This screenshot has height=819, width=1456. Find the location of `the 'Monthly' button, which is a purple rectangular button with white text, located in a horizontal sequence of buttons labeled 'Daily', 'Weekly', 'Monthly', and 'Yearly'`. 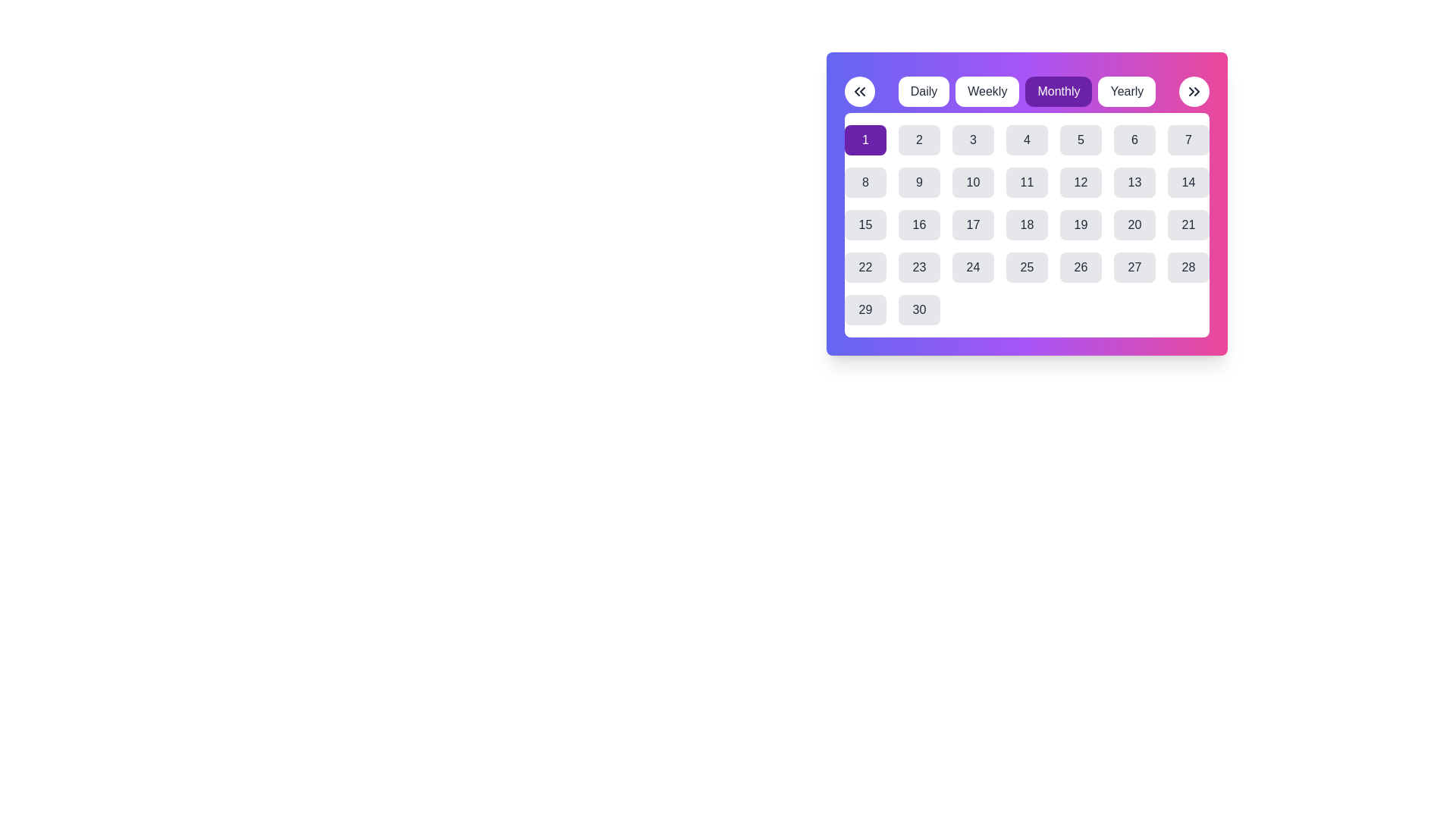

the 'Monthly' button, which is a purple rectangular button with white text, located in a horizontal sequence of buttons labeled 'Daily', 'Weekly', 'Monthly', and 'Yearly' is located at coordinates (1027, 91).